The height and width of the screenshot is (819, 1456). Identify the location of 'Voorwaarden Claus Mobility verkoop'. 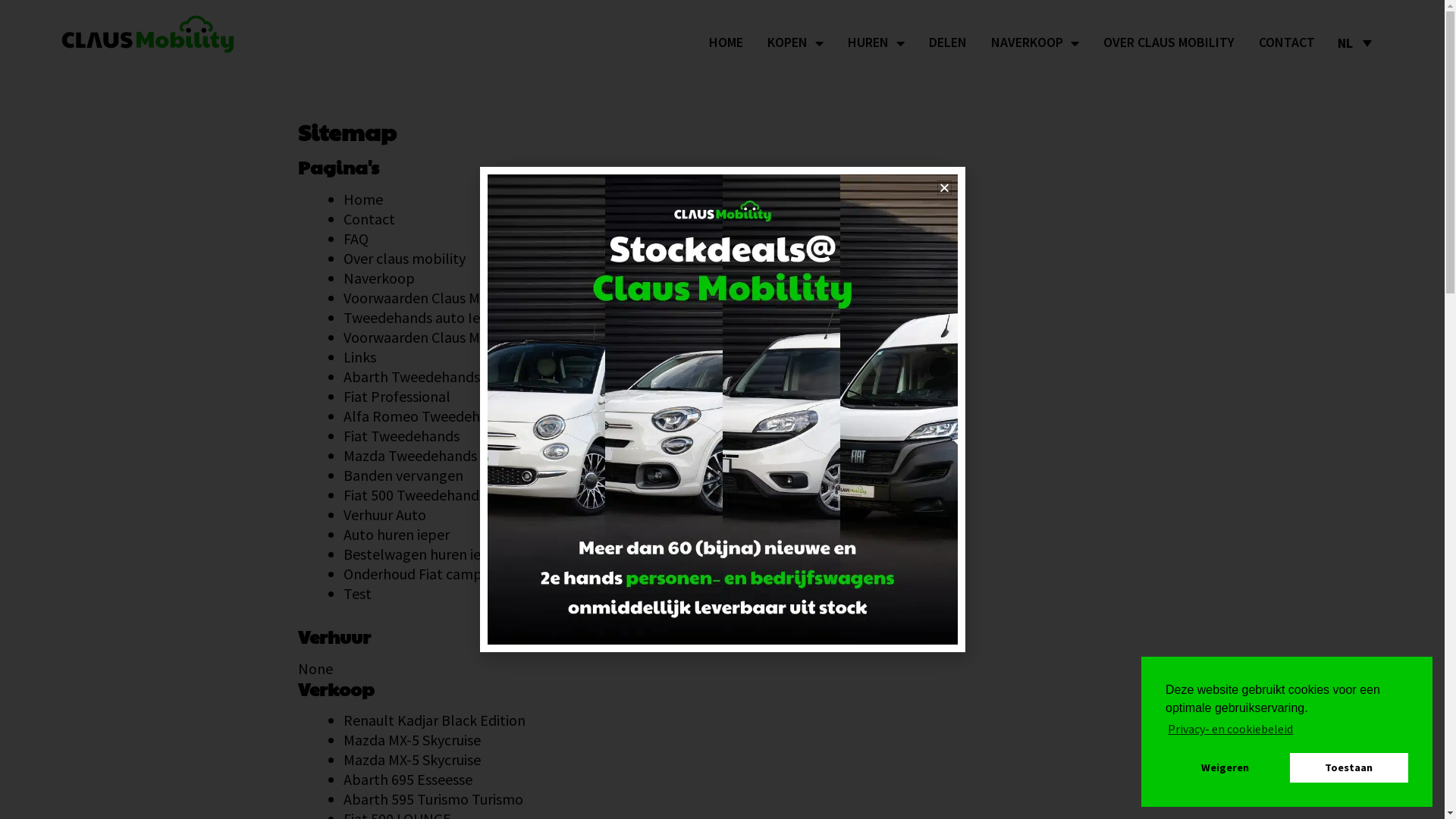
(458, 336).